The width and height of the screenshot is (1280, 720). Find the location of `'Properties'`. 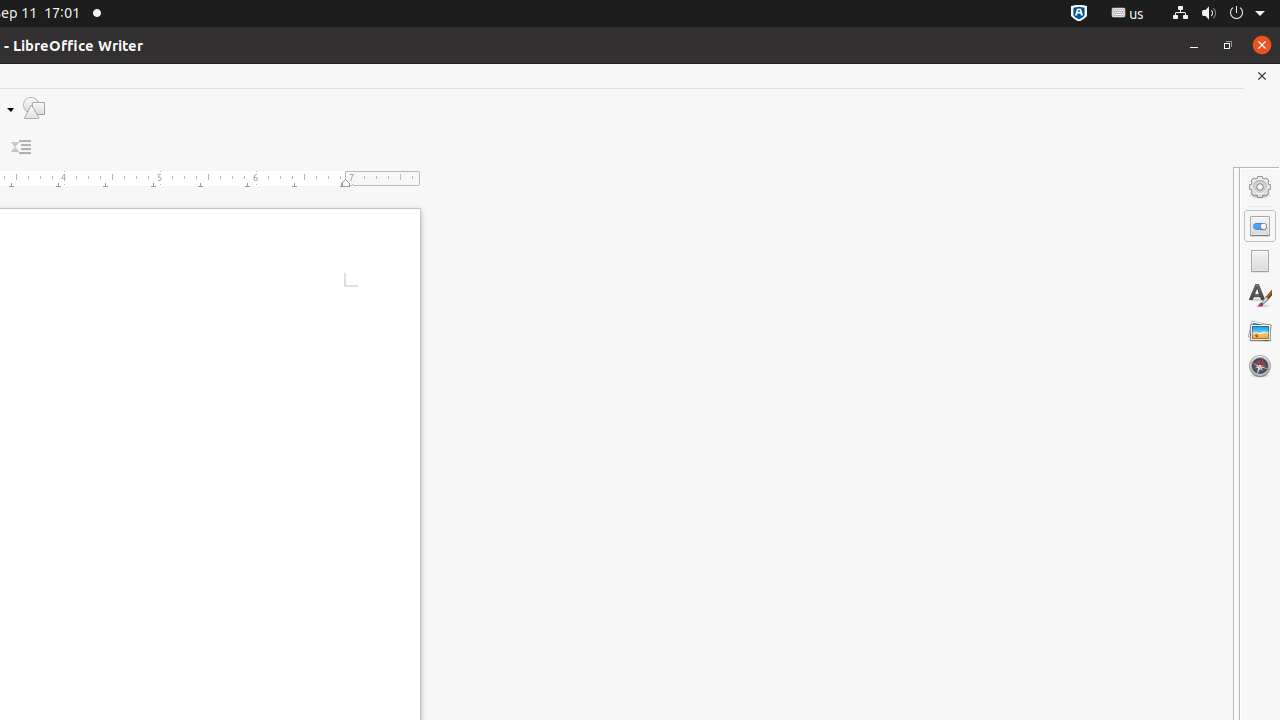

'Properties' is located at coordinates (1259, 225).